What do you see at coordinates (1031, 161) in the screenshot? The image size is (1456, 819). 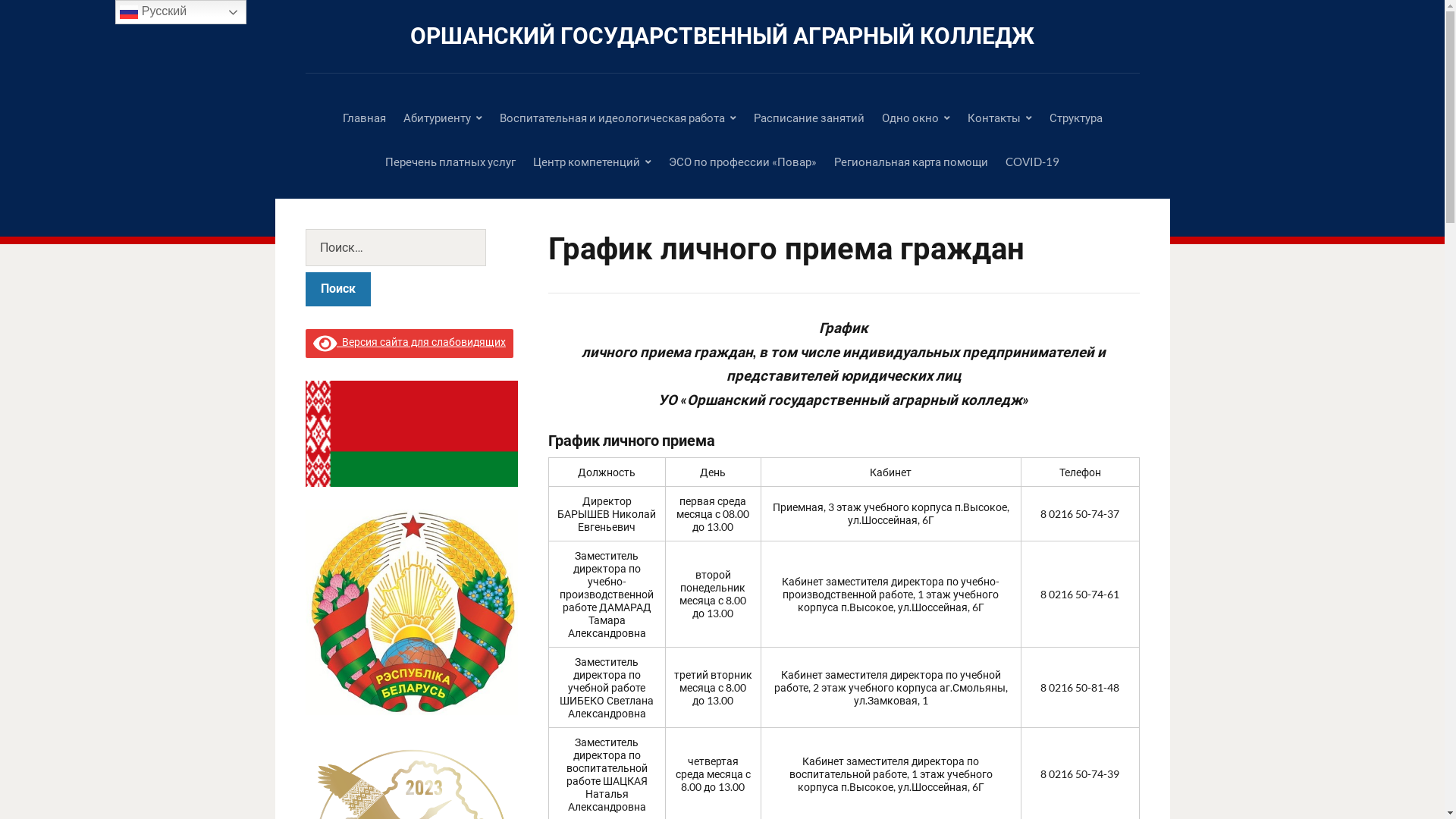 I see `'COVID-19'` at bounding box center [1031, 161].